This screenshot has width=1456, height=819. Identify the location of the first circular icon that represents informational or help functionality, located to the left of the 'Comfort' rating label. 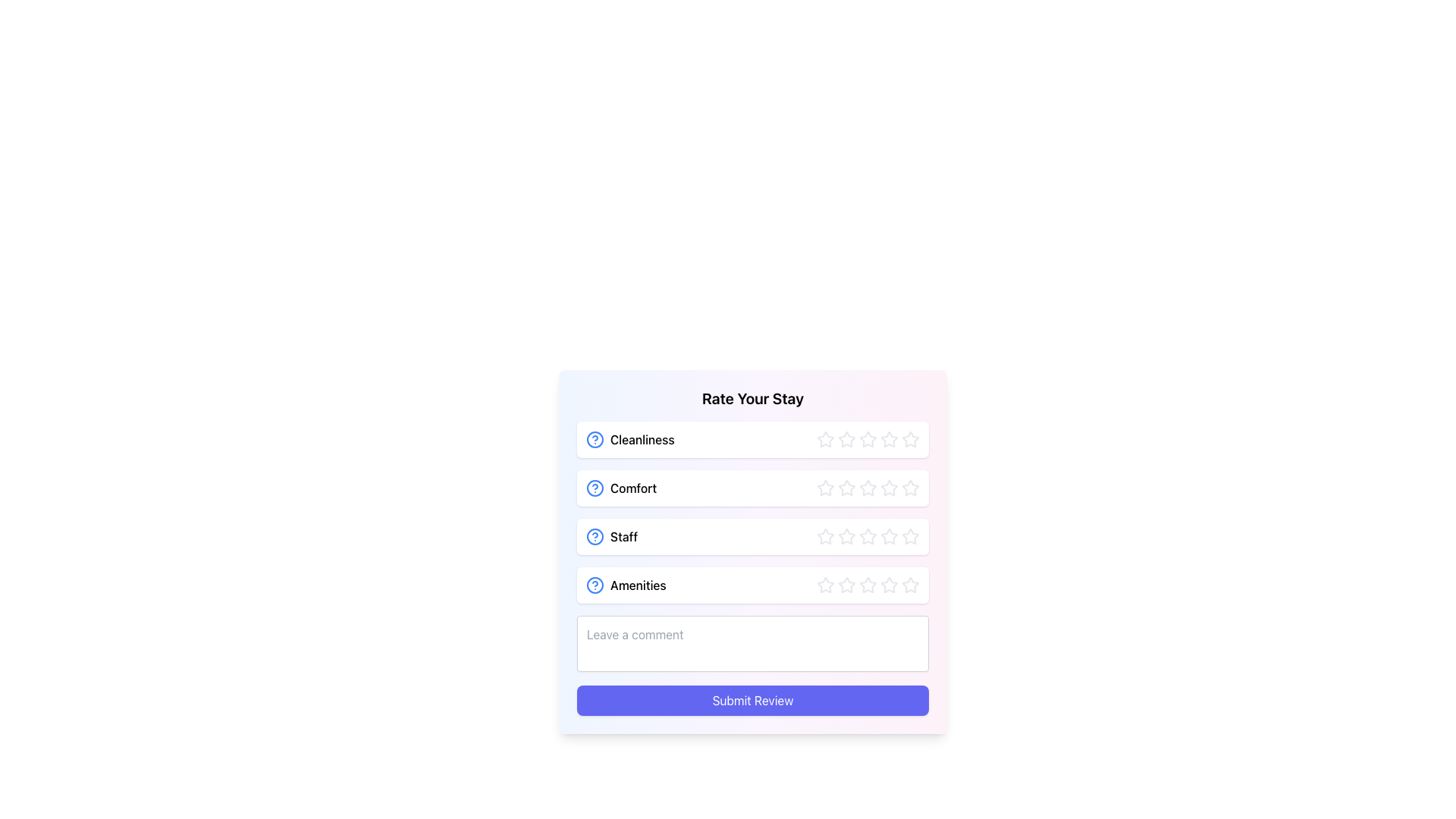
(595, 488).